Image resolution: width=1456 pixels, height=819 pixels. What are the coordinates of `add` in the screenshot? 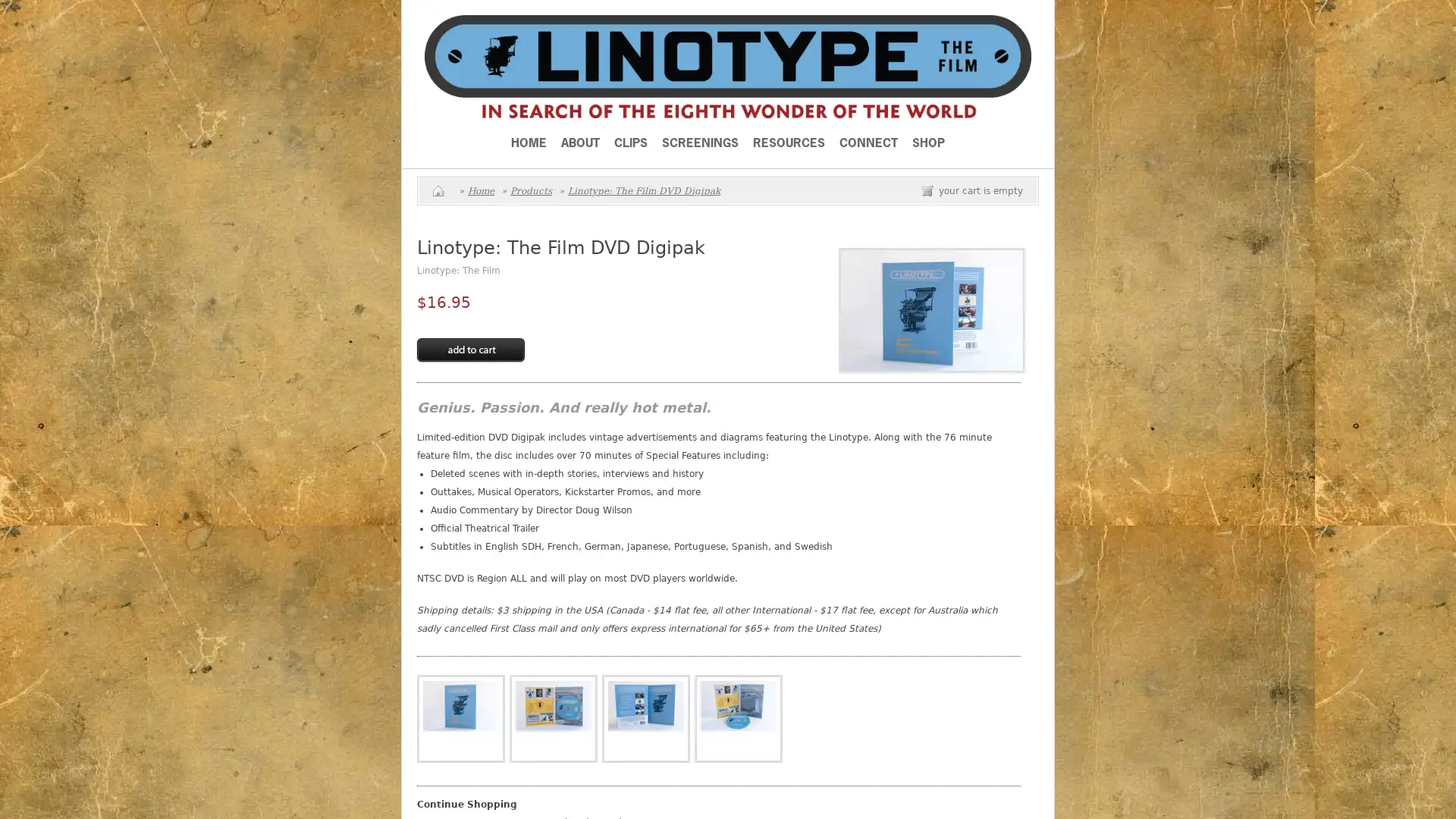 It's located at (469, 350).